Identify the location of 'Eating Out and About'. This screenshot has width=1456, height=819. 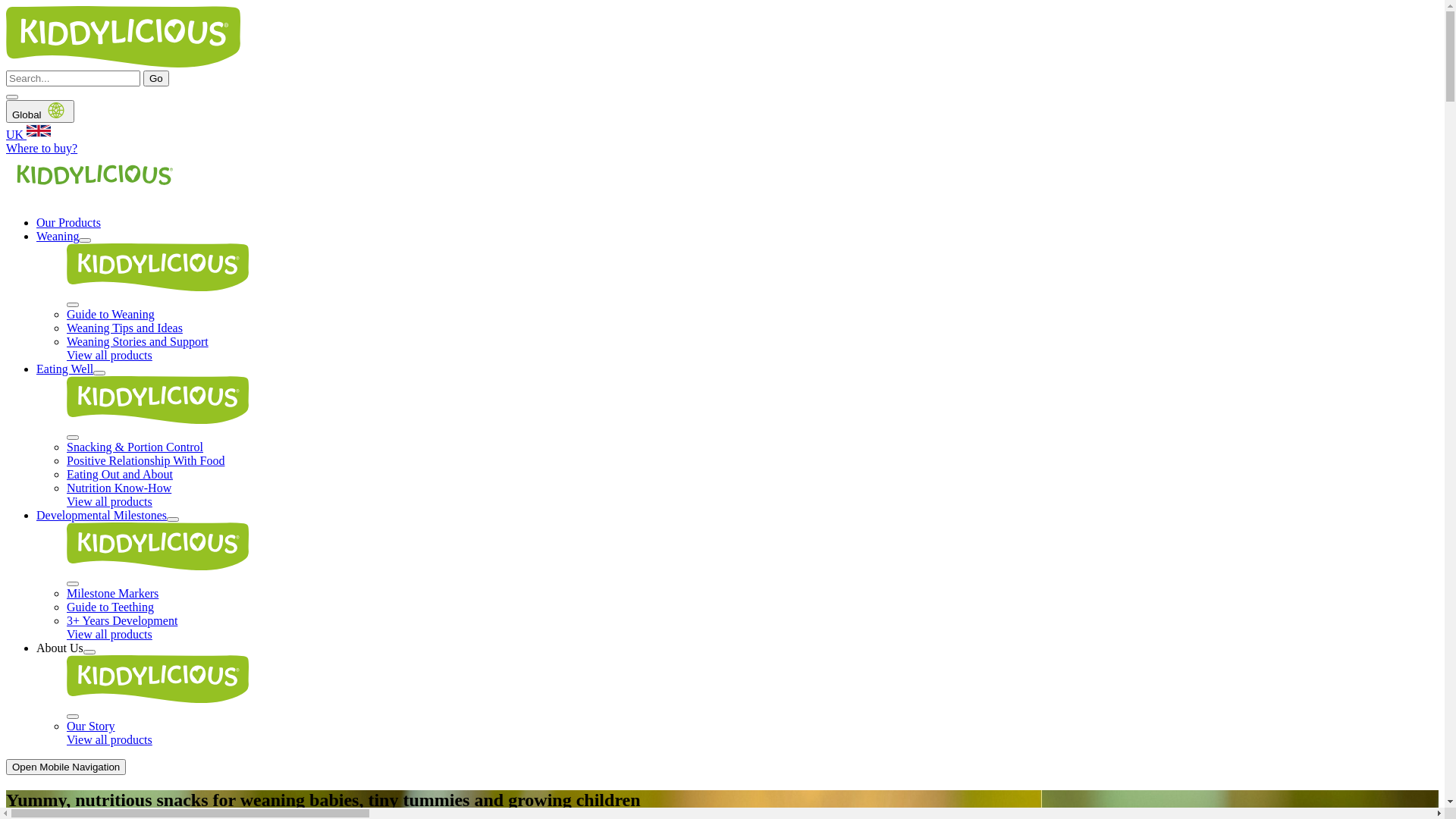
(119, 473).